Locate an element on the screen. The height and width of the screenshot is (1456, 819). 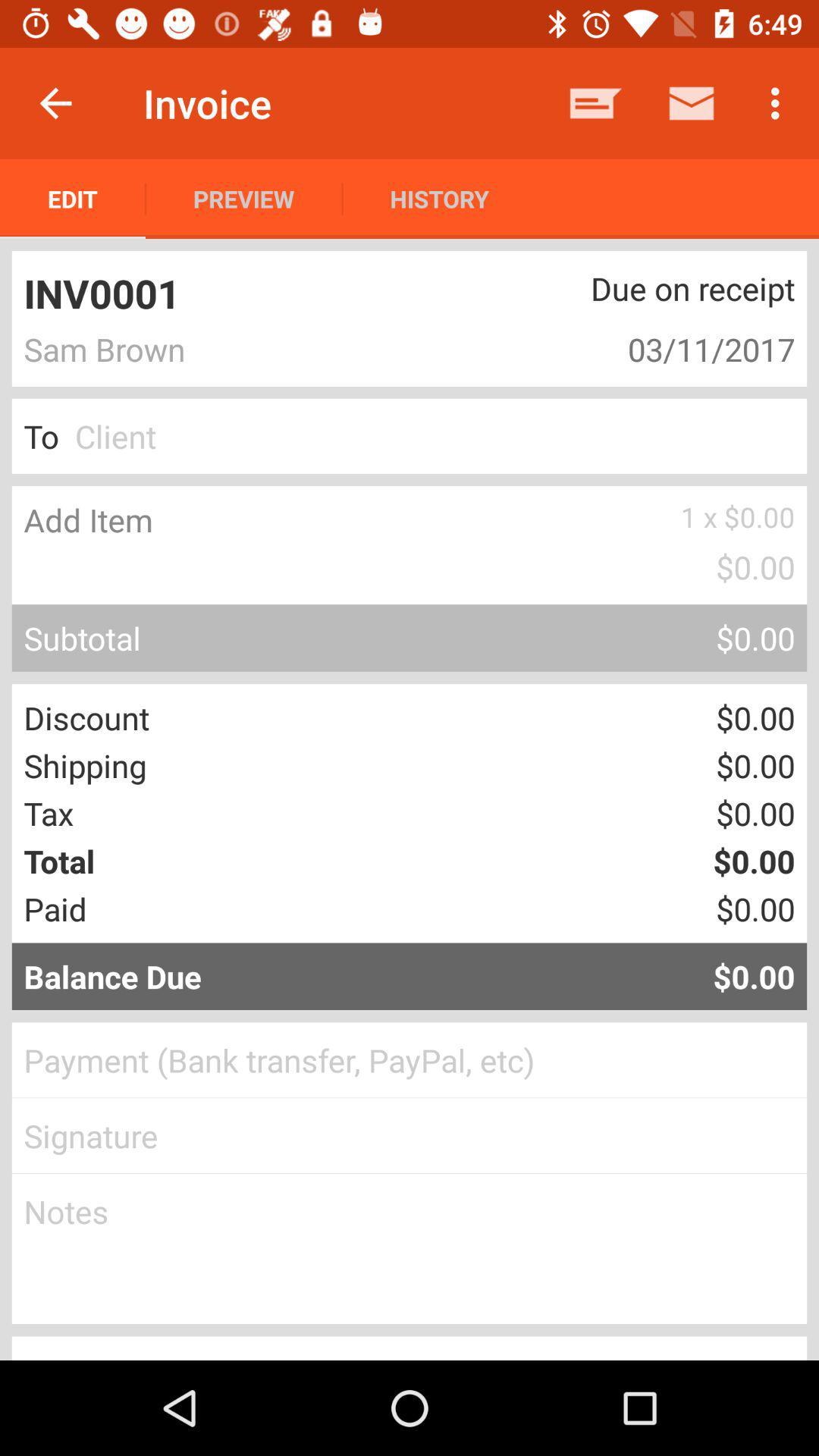
the item to the right of preview icon is located at coordinates (439, 198).